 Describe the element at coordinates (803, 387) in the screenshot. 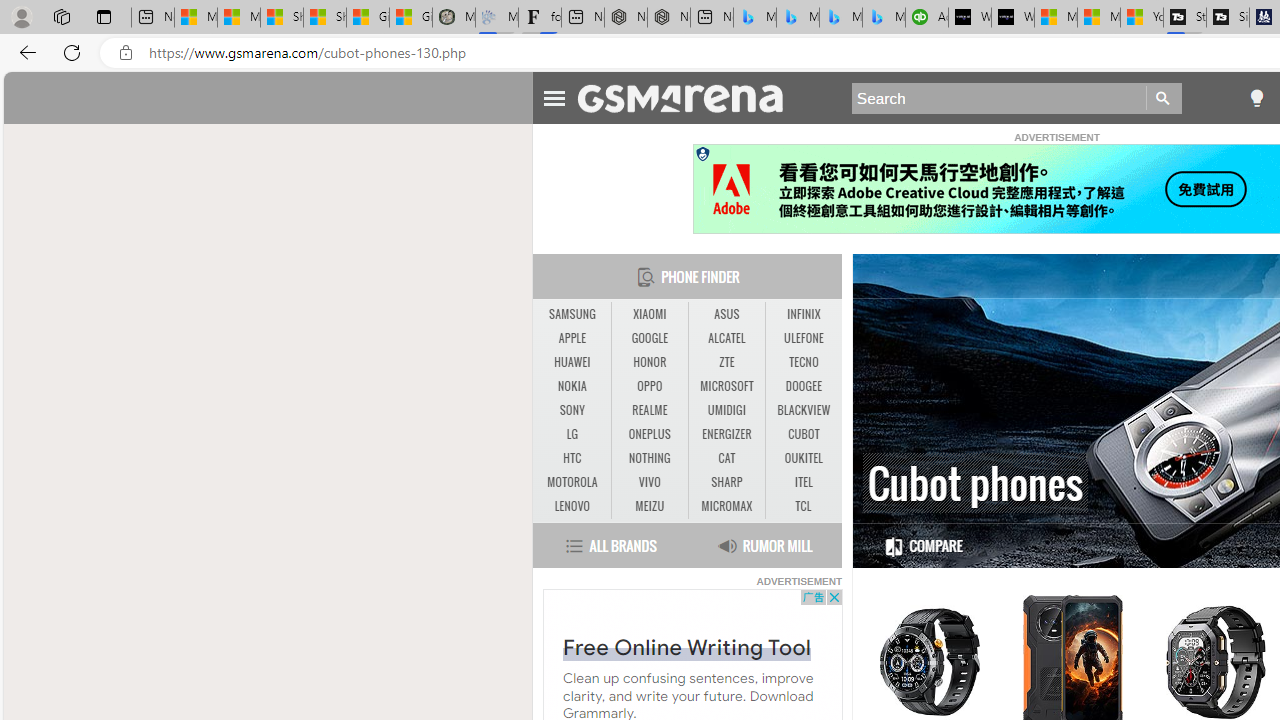

I see `'DOOGEE'` at that location.